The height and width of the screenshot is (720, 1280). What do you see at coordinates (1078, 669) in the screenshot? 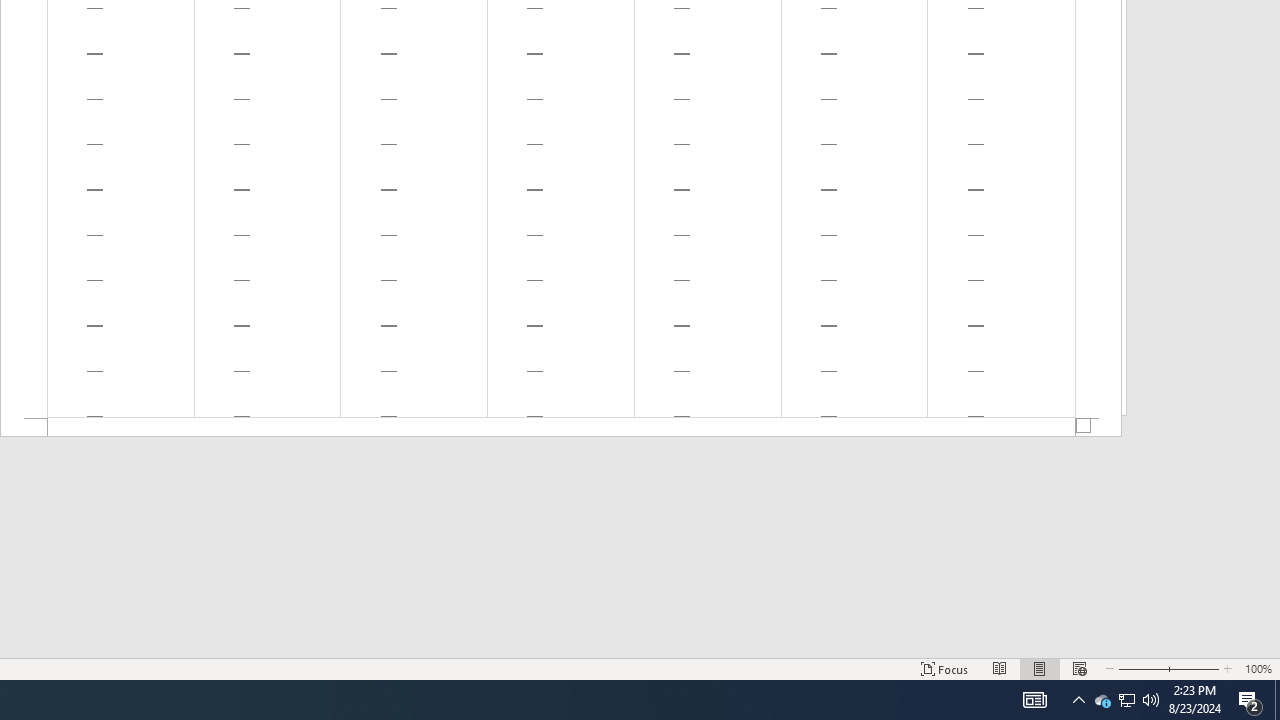
I see `'Web Layout'` at bounding box center [1078, 669].